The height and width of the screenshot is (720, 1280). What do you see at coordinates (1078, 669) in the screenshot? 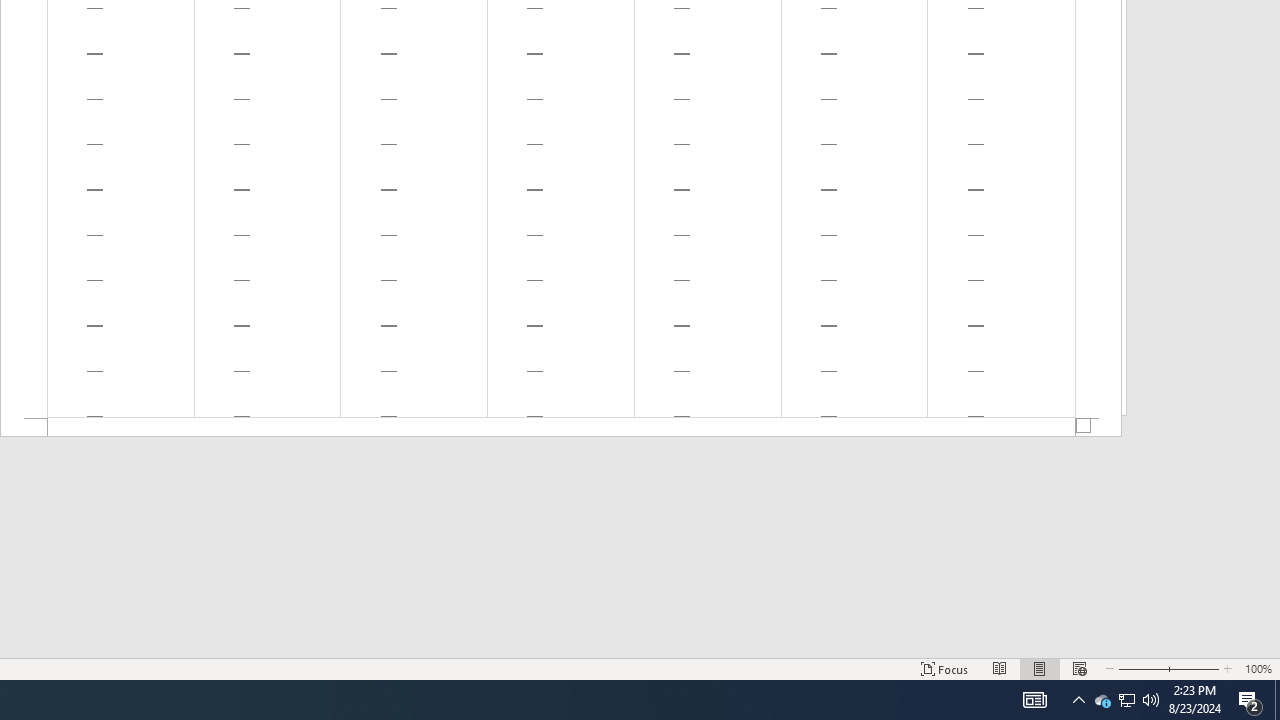
I see `'Web Layout'` at bounding box center [1078, 669].